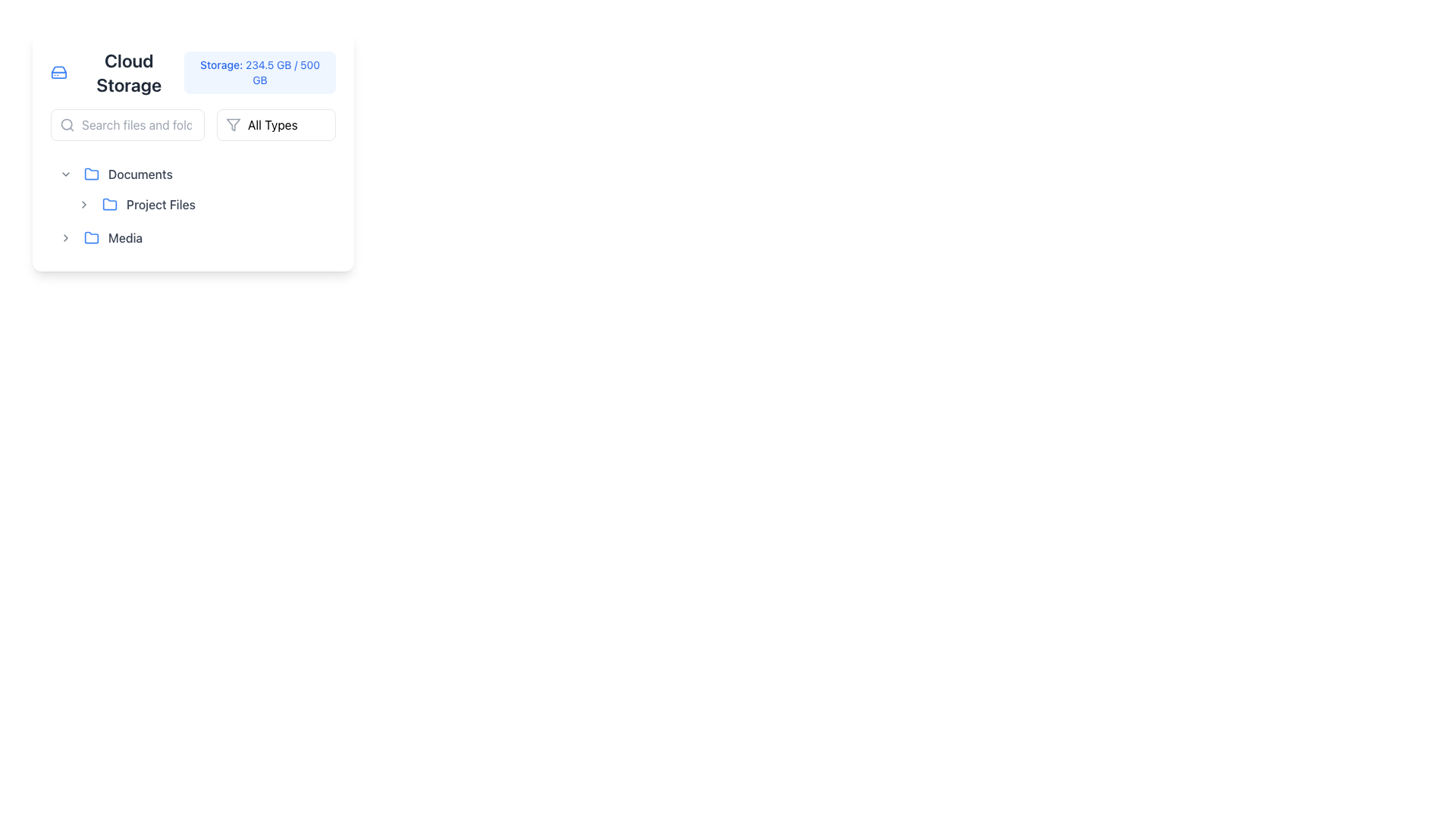 The width and height of the screenshot is (1456, 819). I want to click on the triangular-shaped icon resembling a funnel, which is part of an SVG component located next to the 'All Types' button in the top-left panel of the interface, so click(232, 124).